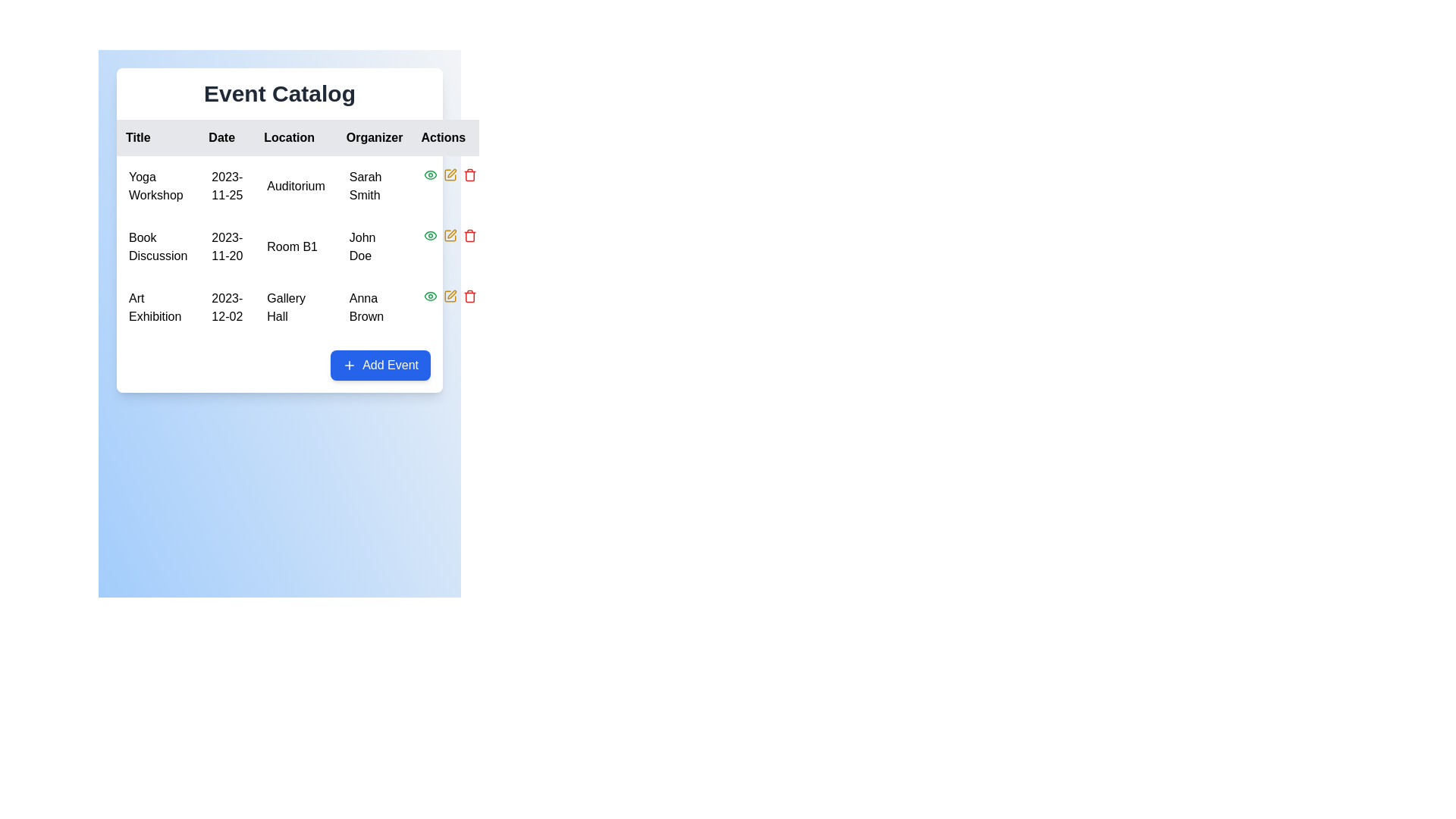  Describe the element at coordinates (226, 307) in the screenshot. I see `the static text field that indicates the date of the 'Art Exhibition', located in the middle column of the 'Art Exhibition' row in the event catalog table` at that location.